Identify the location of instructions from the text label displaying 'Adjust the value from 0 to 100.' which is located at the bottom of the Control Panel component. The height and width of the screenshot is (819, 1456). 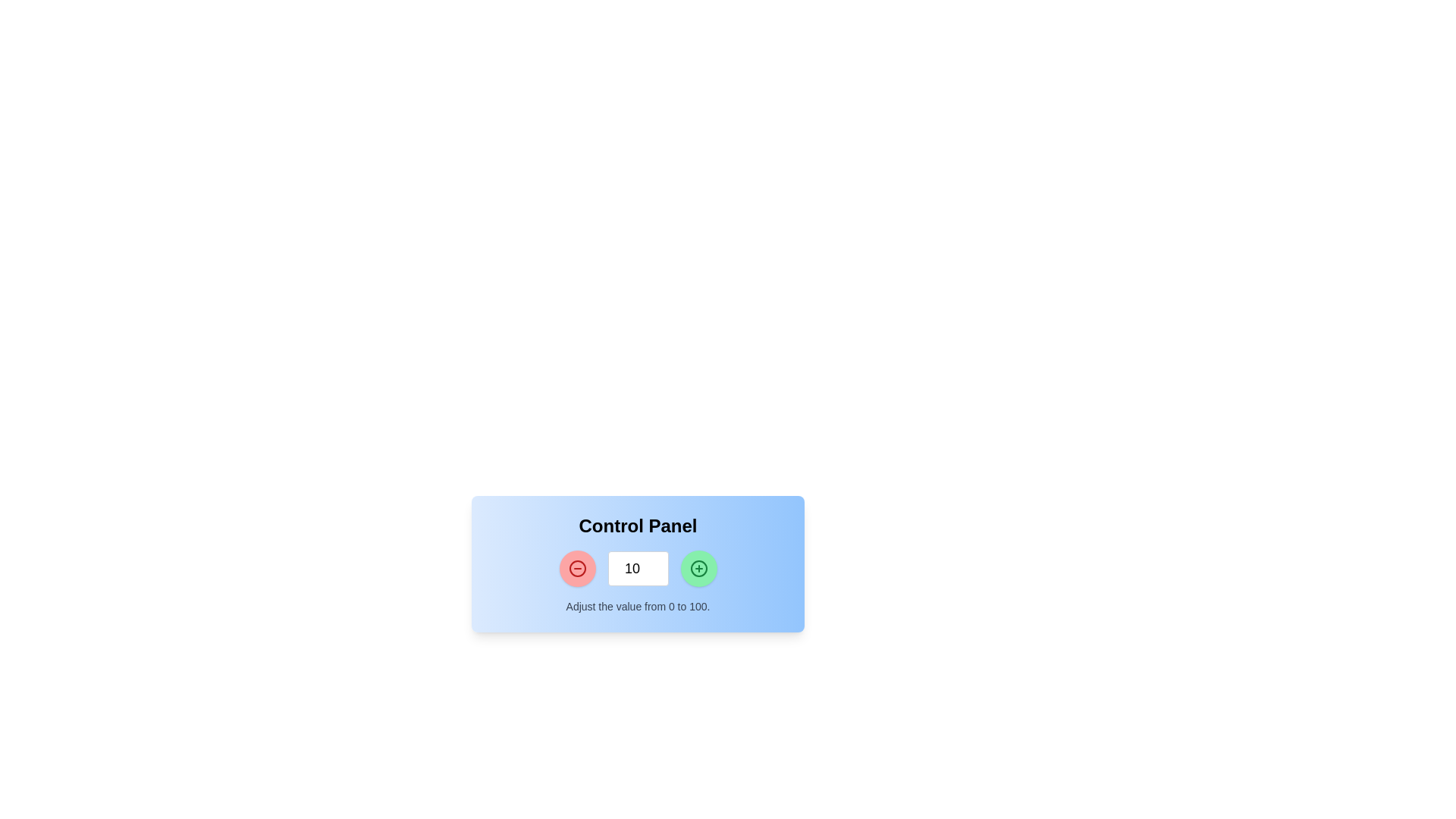
(638, 605).